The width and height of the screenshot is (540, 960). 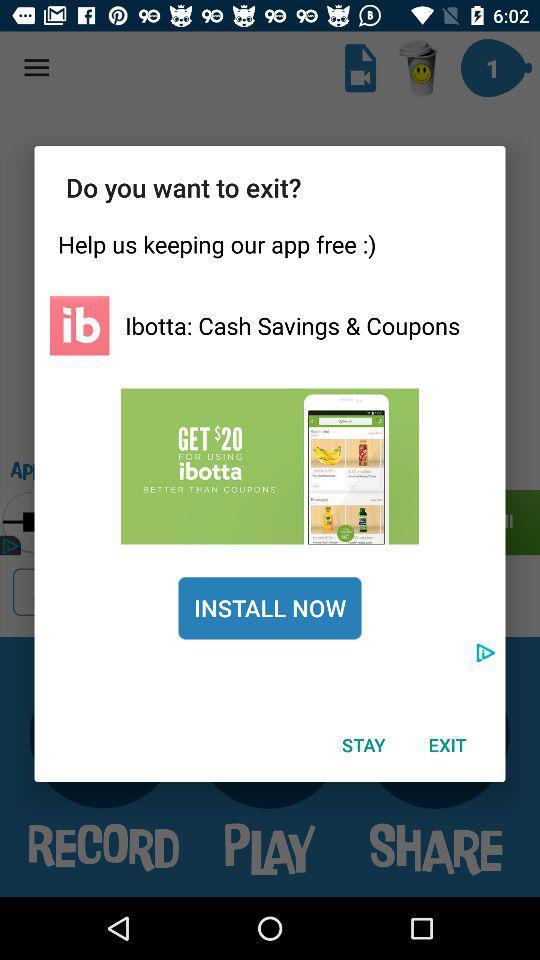 I want to click on check discount code, so click(x=270, y=466).